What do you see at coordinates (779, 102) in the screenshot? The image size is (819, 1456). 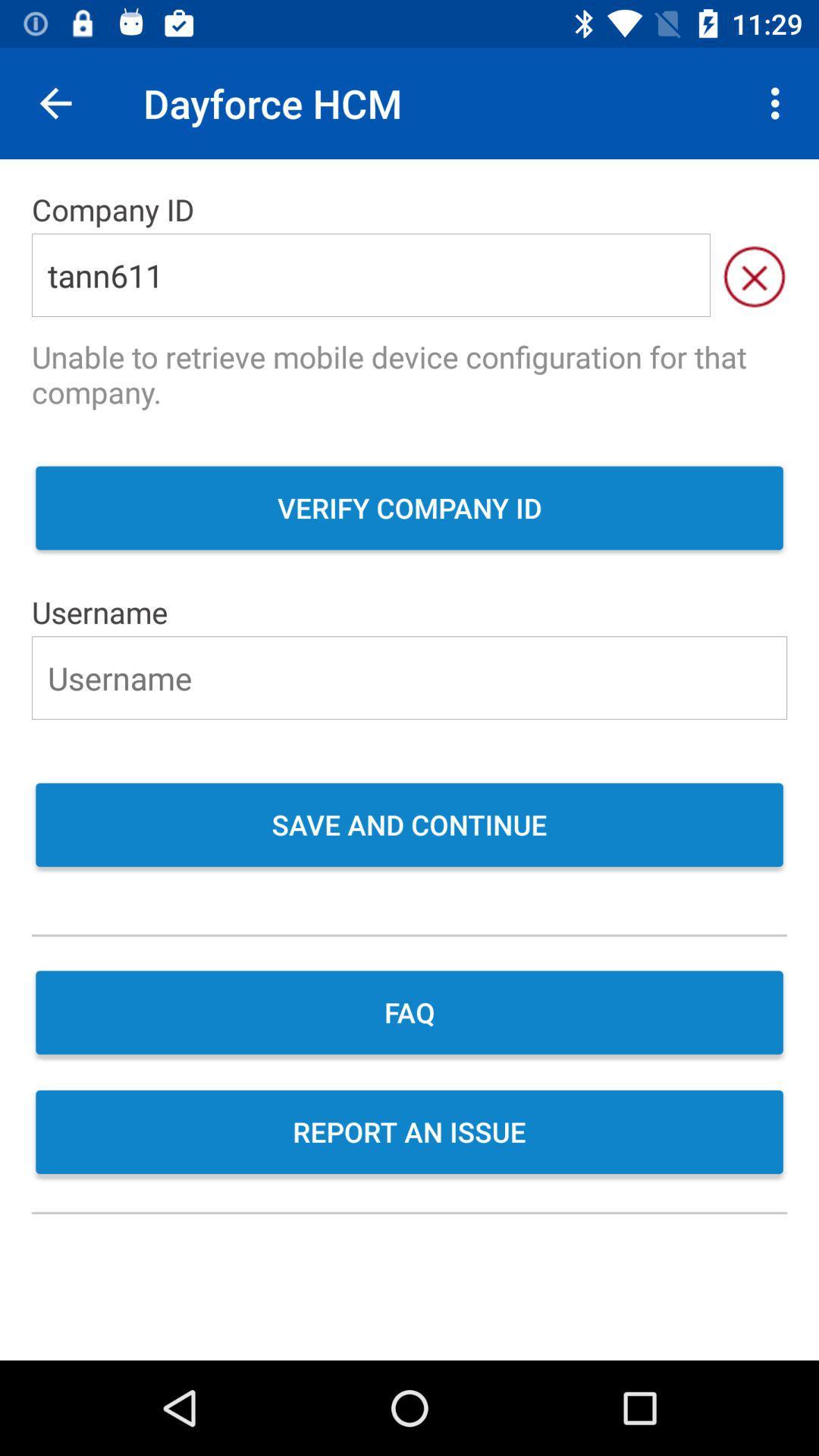 I see `the item to the right of the dayforce hcm` at bounding box center [779, 102].